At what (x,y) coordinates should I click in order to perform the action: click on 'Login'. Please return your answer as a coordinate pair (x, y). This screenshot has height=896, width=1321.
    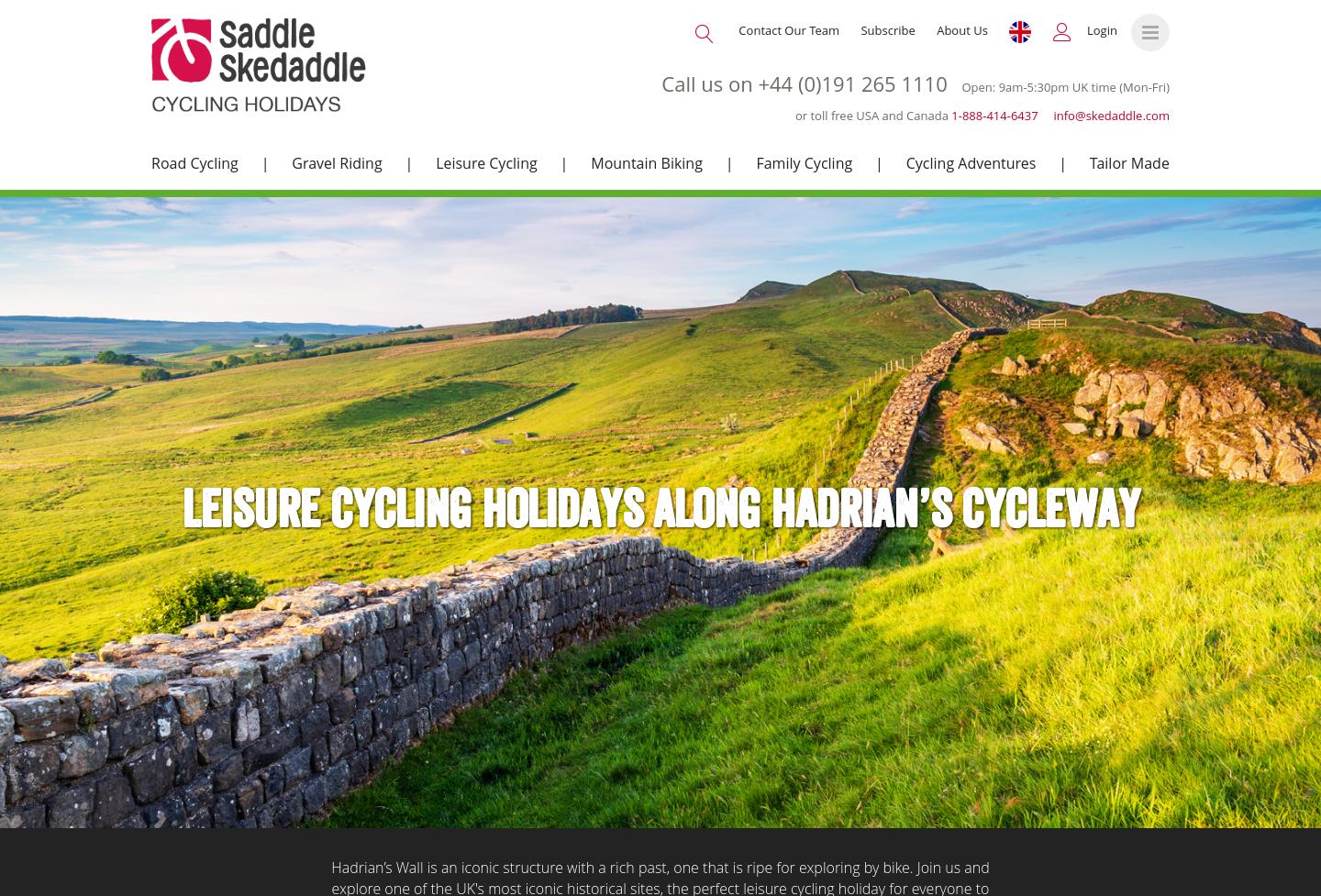
    Looking at the image, I should click on (1086, 30).